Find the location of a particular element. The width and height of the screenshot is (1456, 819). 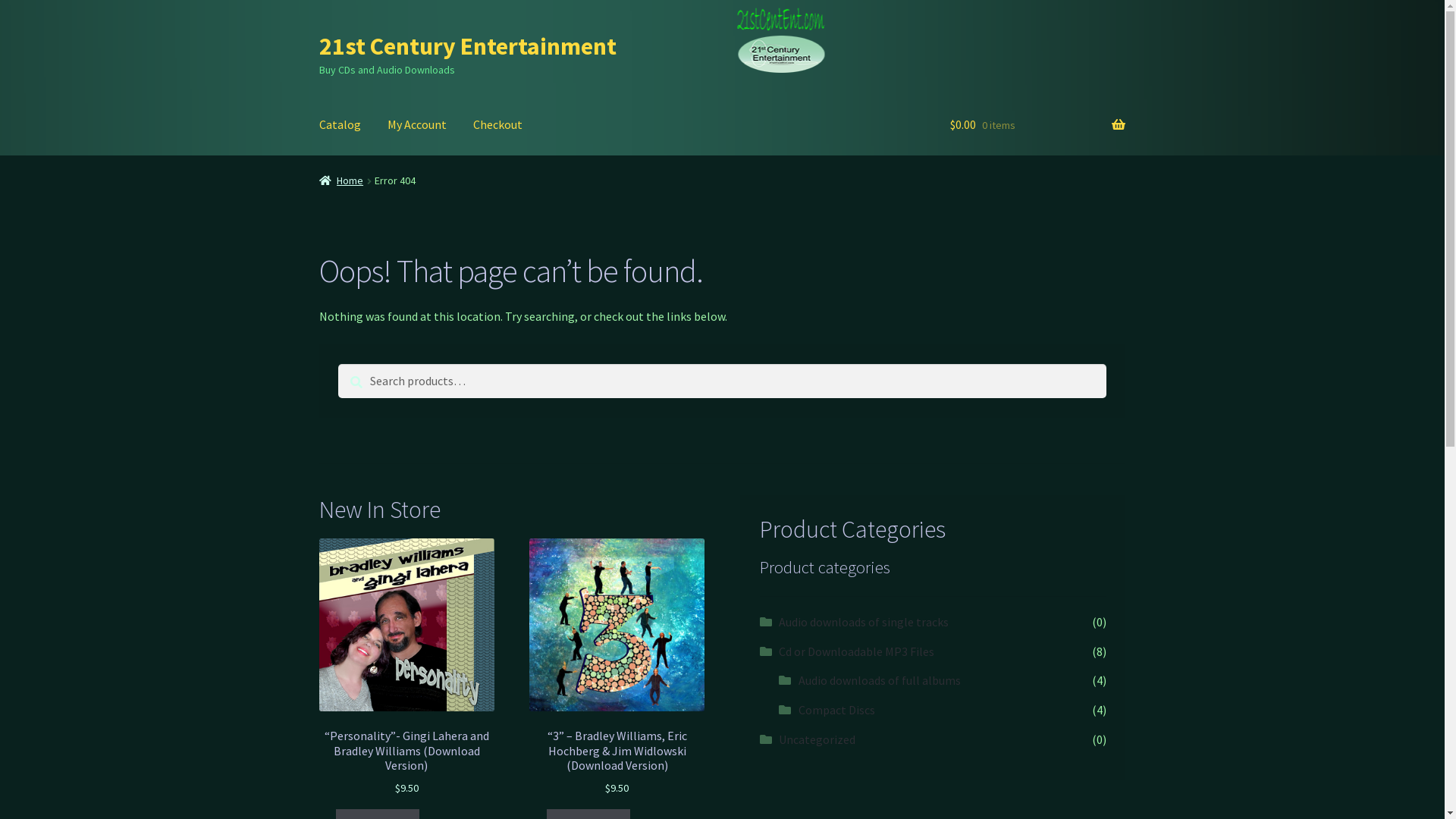

'Checkout' is located at coordinates (497, 124).